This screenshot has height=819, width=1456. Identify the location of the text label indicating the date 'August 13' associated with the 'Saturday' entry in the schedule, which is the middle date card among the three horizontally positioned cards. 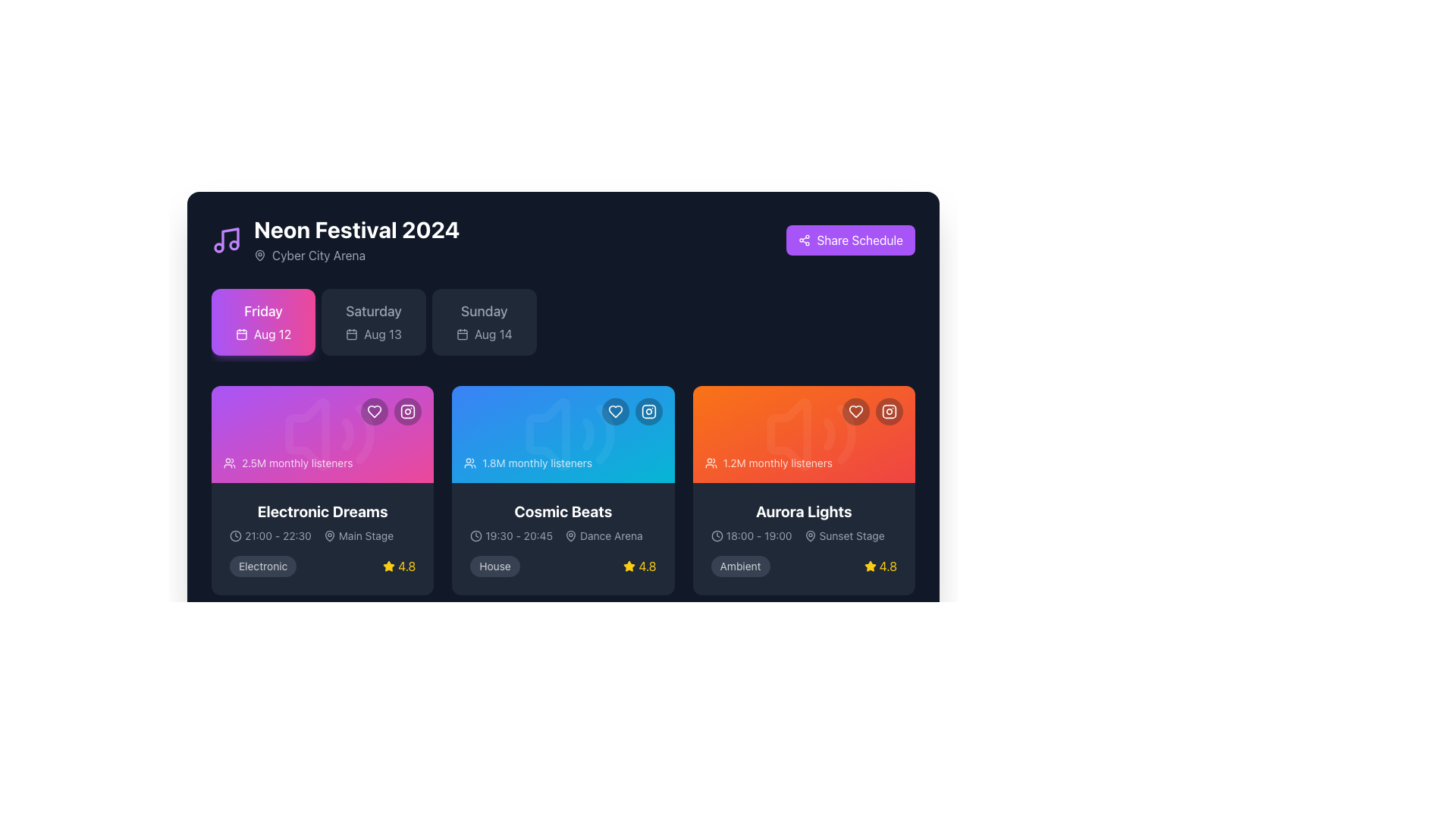
(382, 333).